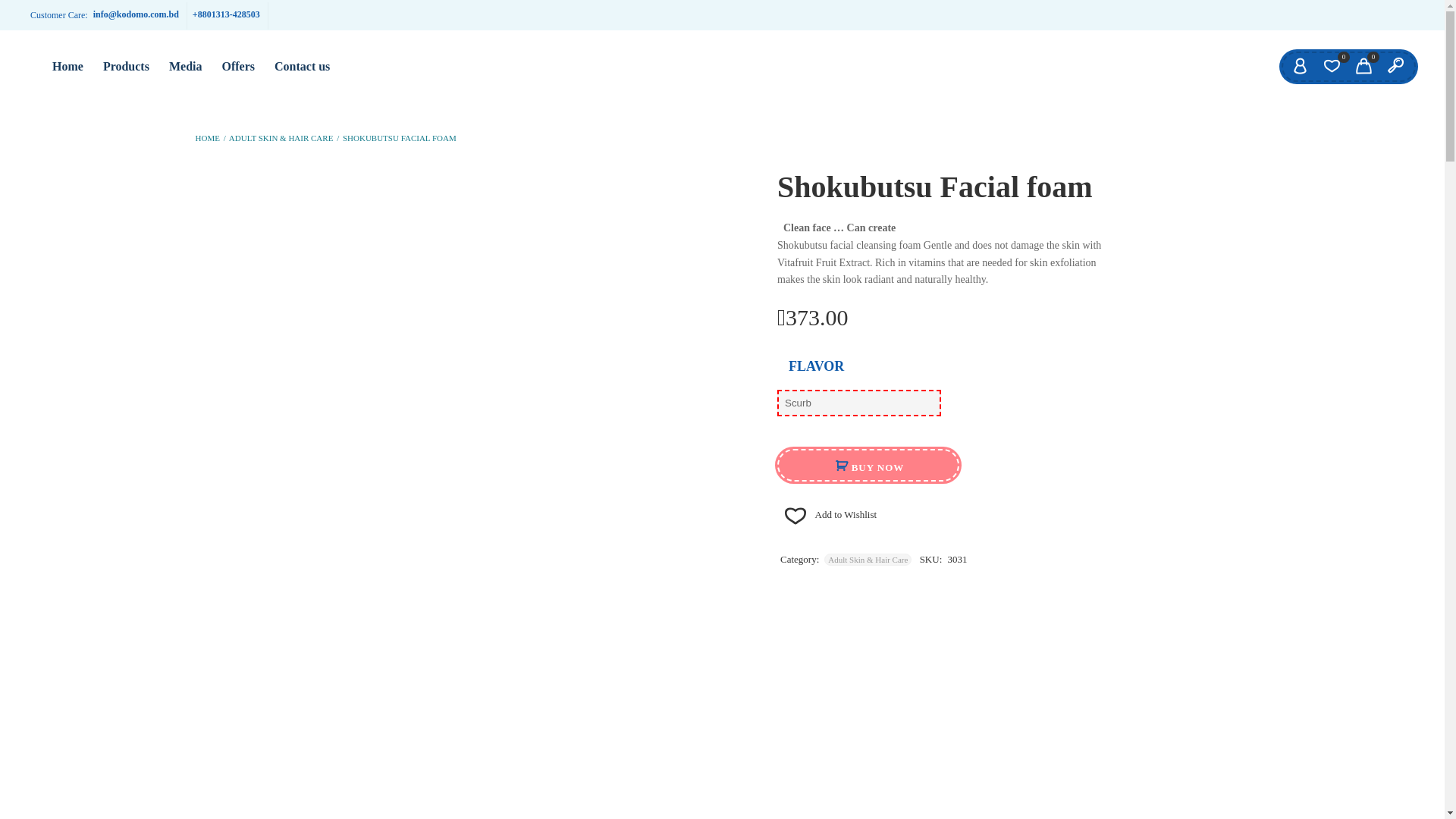 The height and width of the screenshot is (819, 1456). What do you see at coordinates (93, 66) in the screenshot?
I see `'Products'` at bounding box center [93, 66].